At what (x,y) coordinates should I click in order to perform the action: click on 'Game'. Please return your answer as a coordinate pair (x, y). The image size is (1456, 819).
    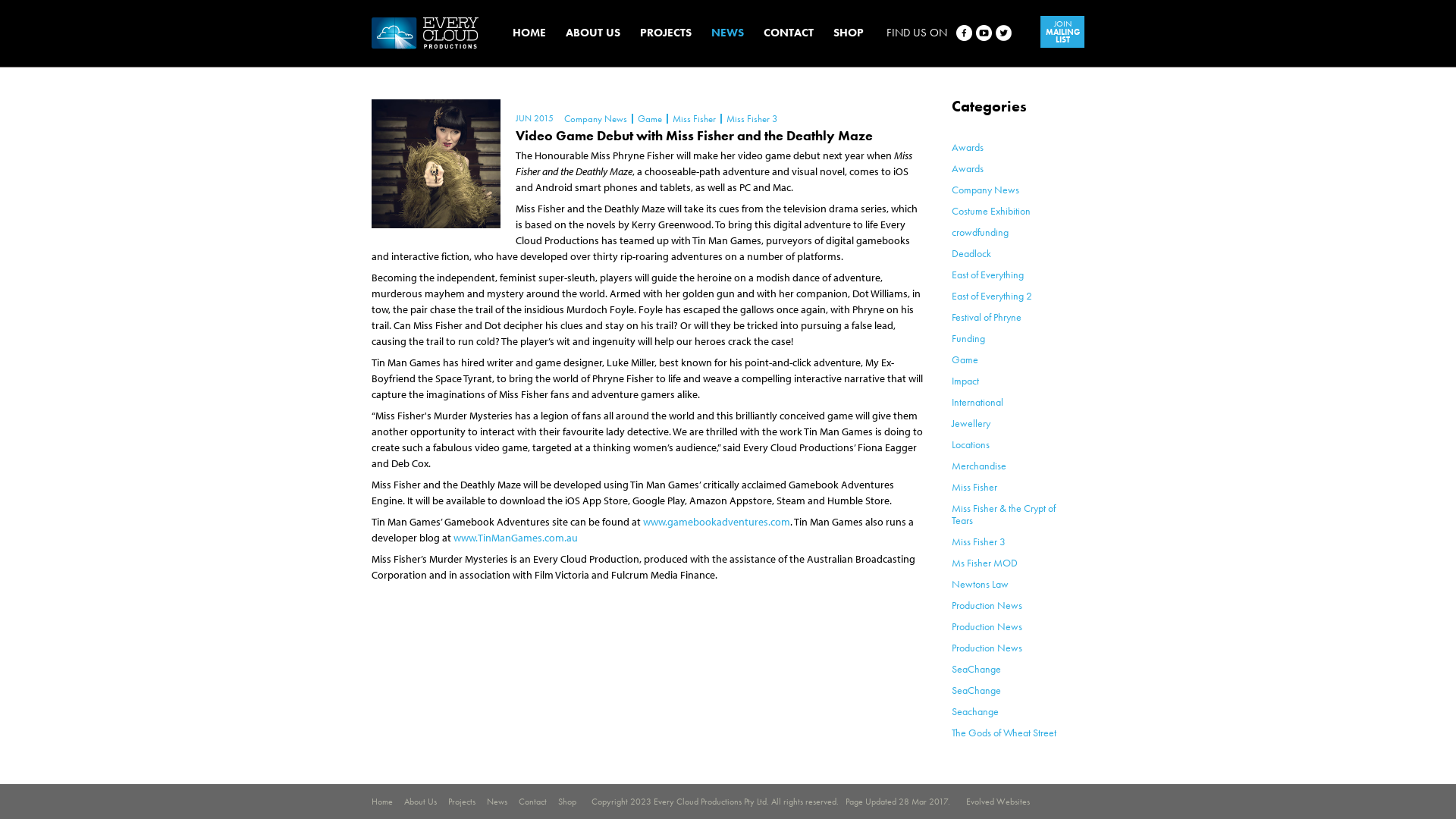
    Looking at the image, I should click on (648, 118).